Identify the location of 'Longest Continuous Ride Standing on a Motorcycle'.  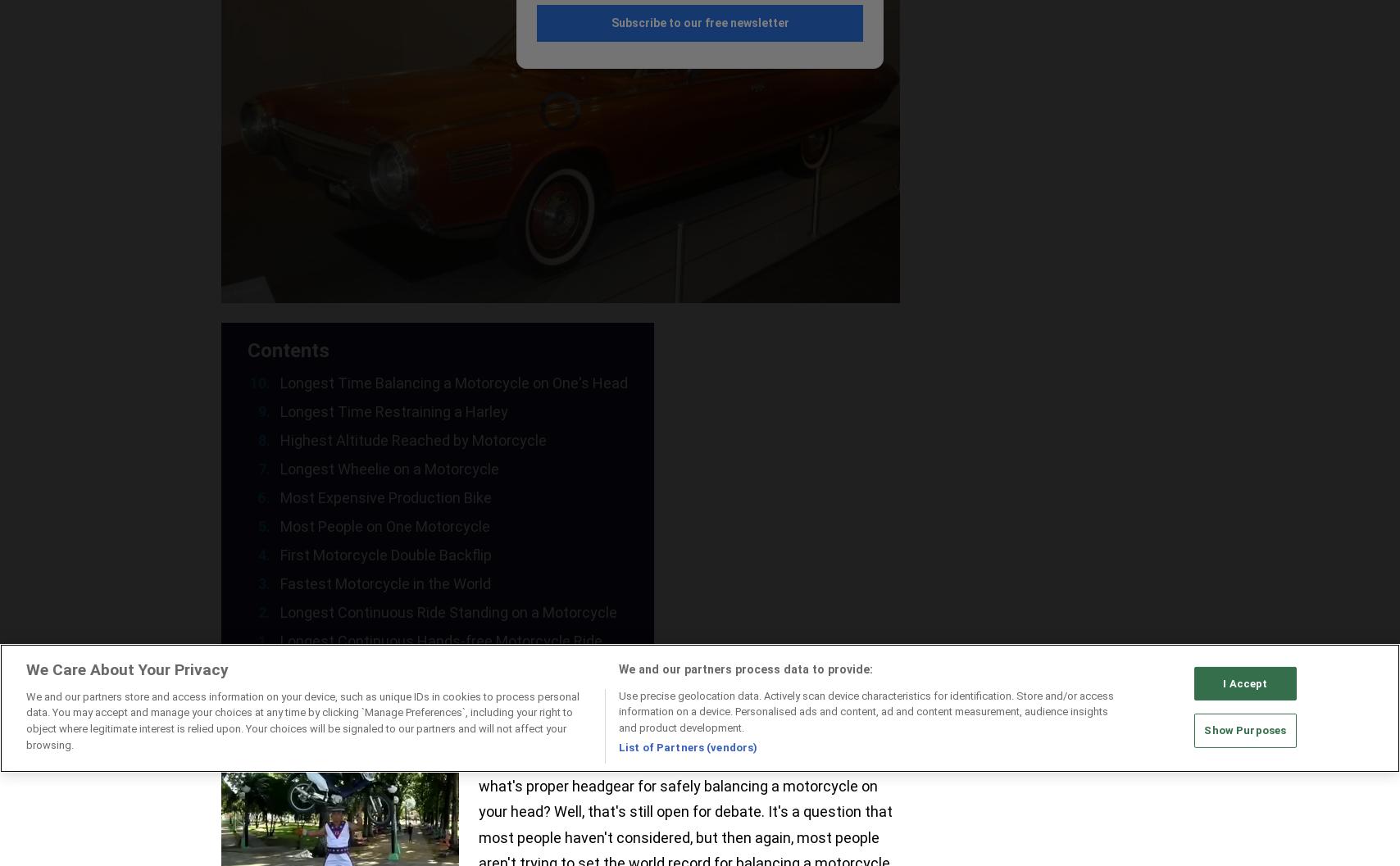
(448, 611).